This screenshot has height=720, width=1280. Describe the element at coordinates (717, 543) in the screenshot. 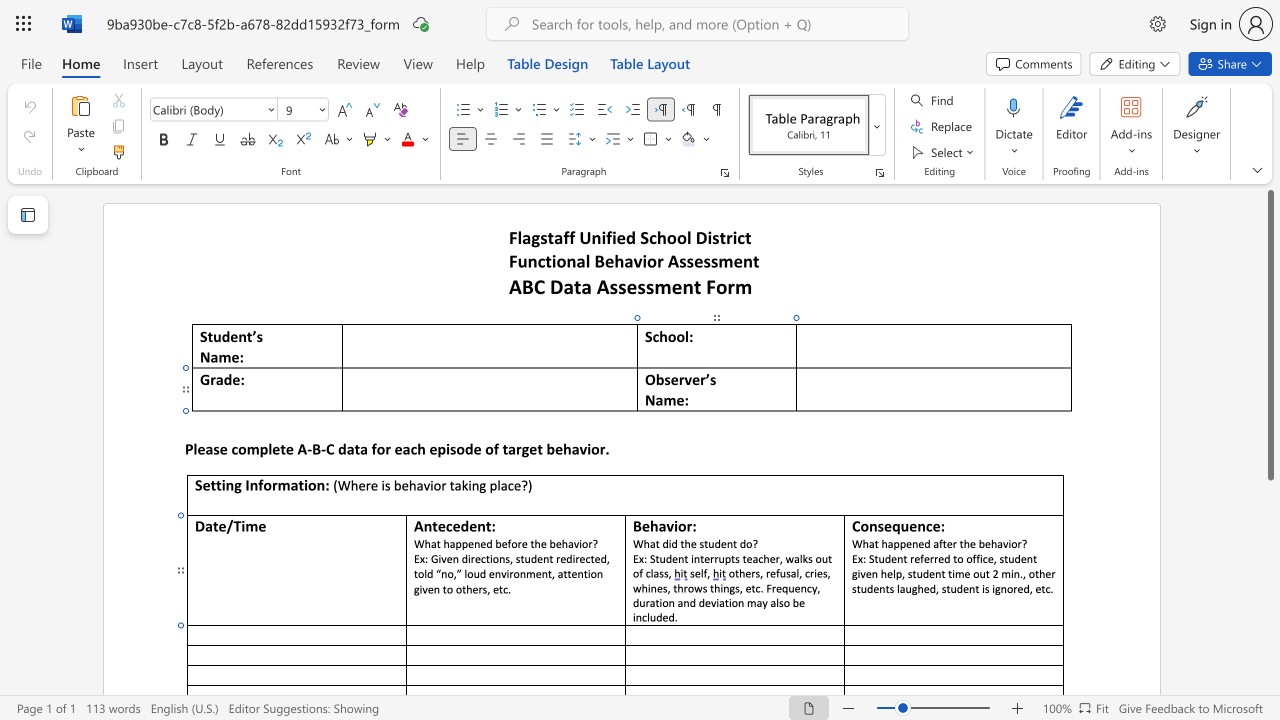

I see `the 3th character "d" in the text` at that location.